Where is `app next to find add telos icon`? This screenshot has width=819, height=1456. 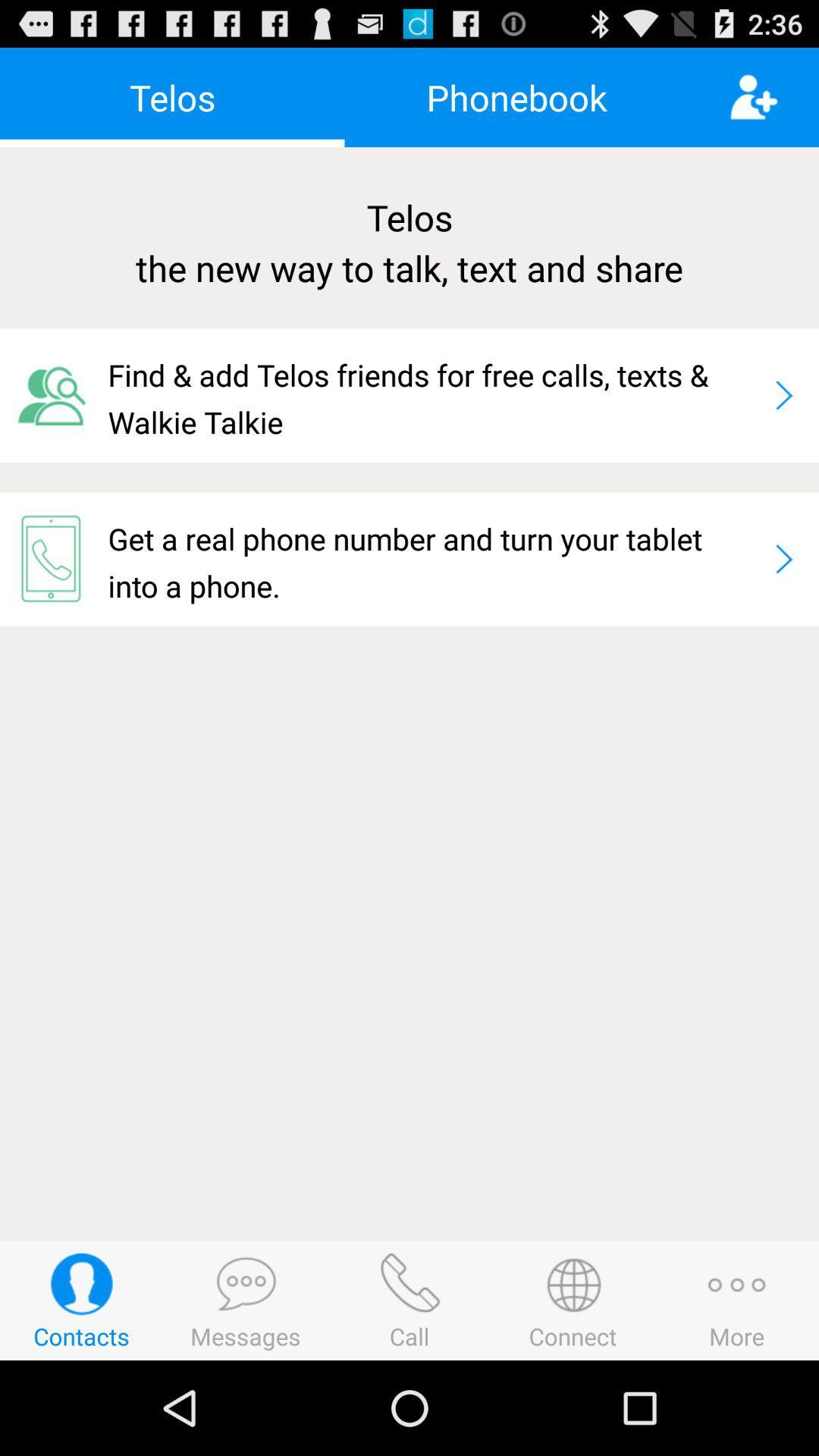 app next to find add telos icon is located at coordinates (783, 395).